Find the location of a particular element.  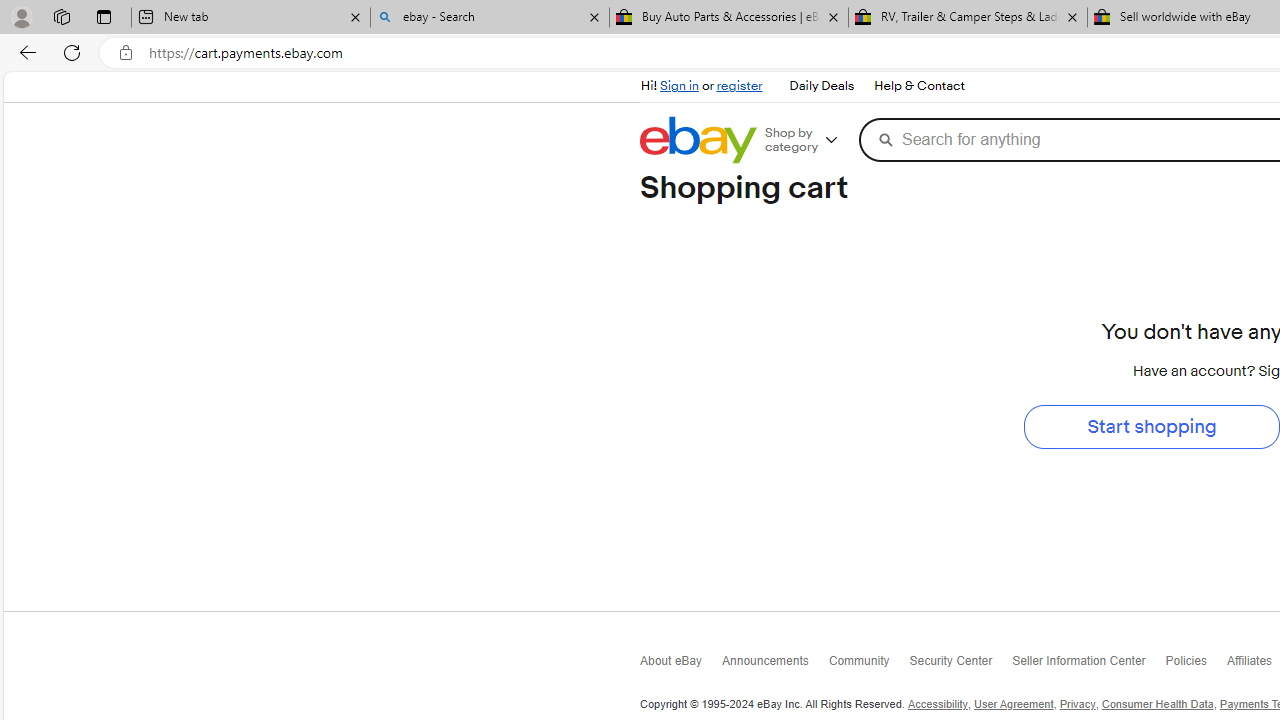

'Daily Deals' is located at coordinates (821, 86).